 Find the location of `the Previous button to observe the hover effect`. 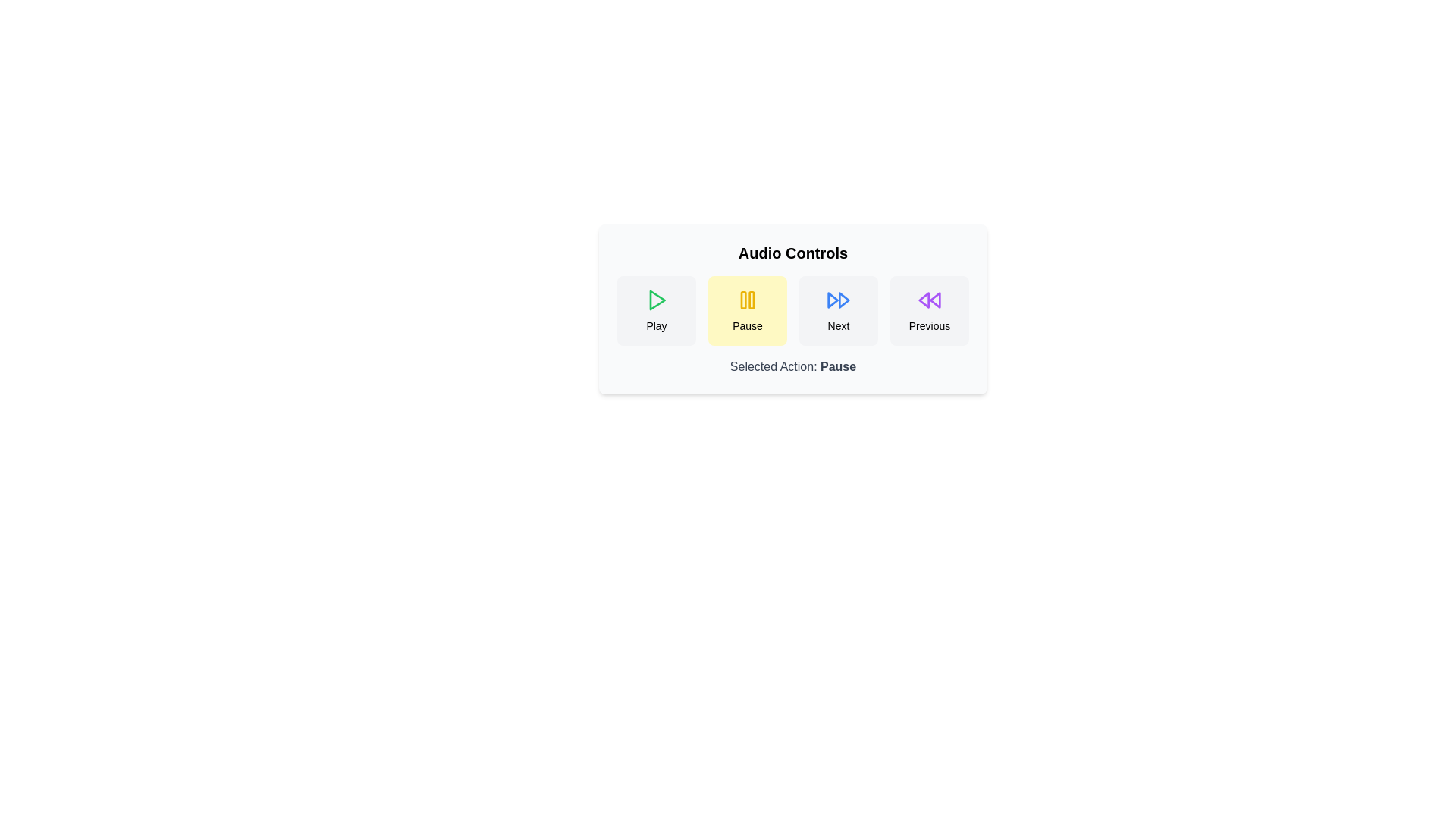

the Previous button to observe the hover effect is located at coordinates (928, 309).